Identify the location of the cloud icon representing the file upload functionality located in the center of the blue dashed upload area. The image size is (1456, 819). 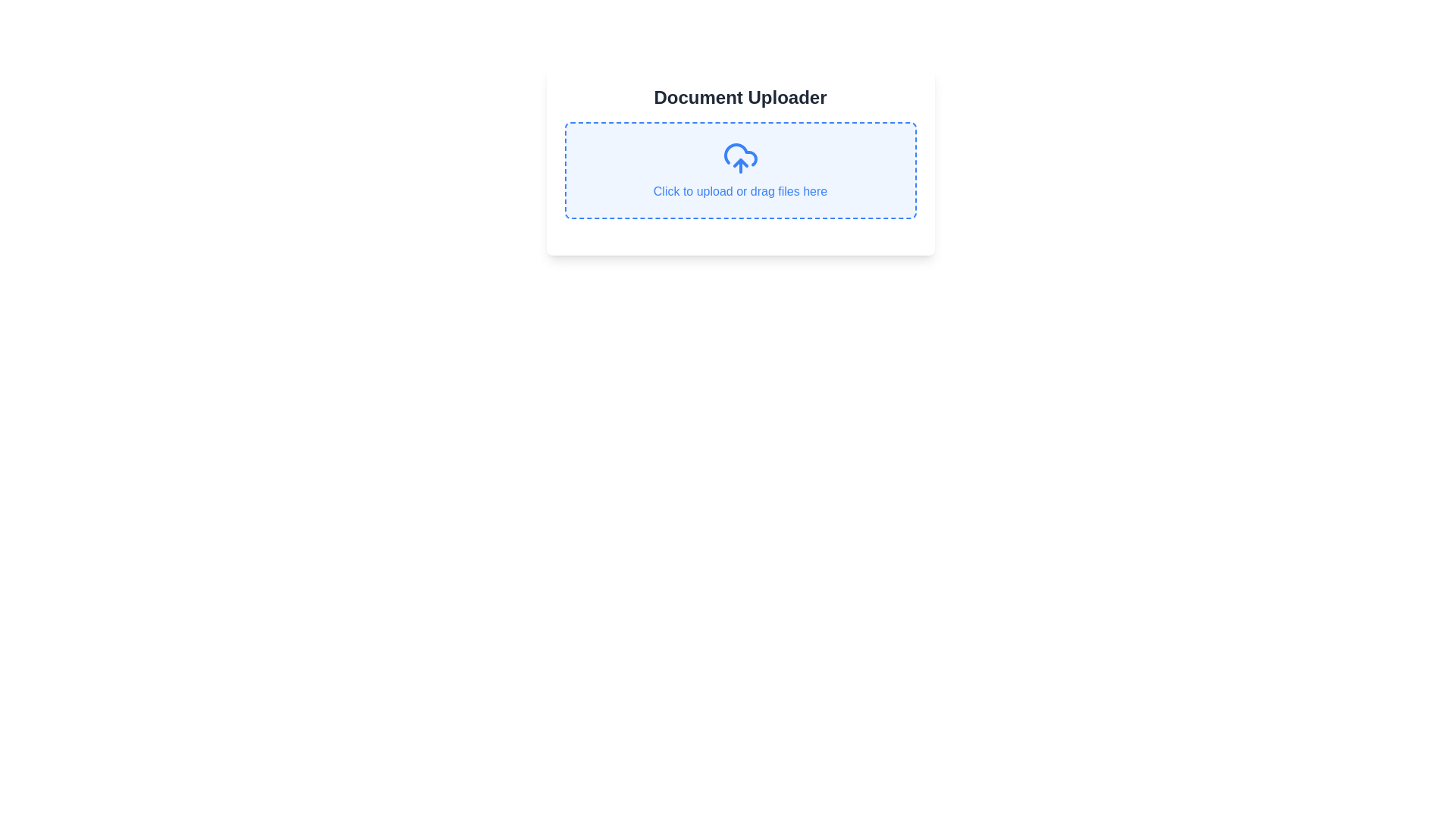
(740, 158).